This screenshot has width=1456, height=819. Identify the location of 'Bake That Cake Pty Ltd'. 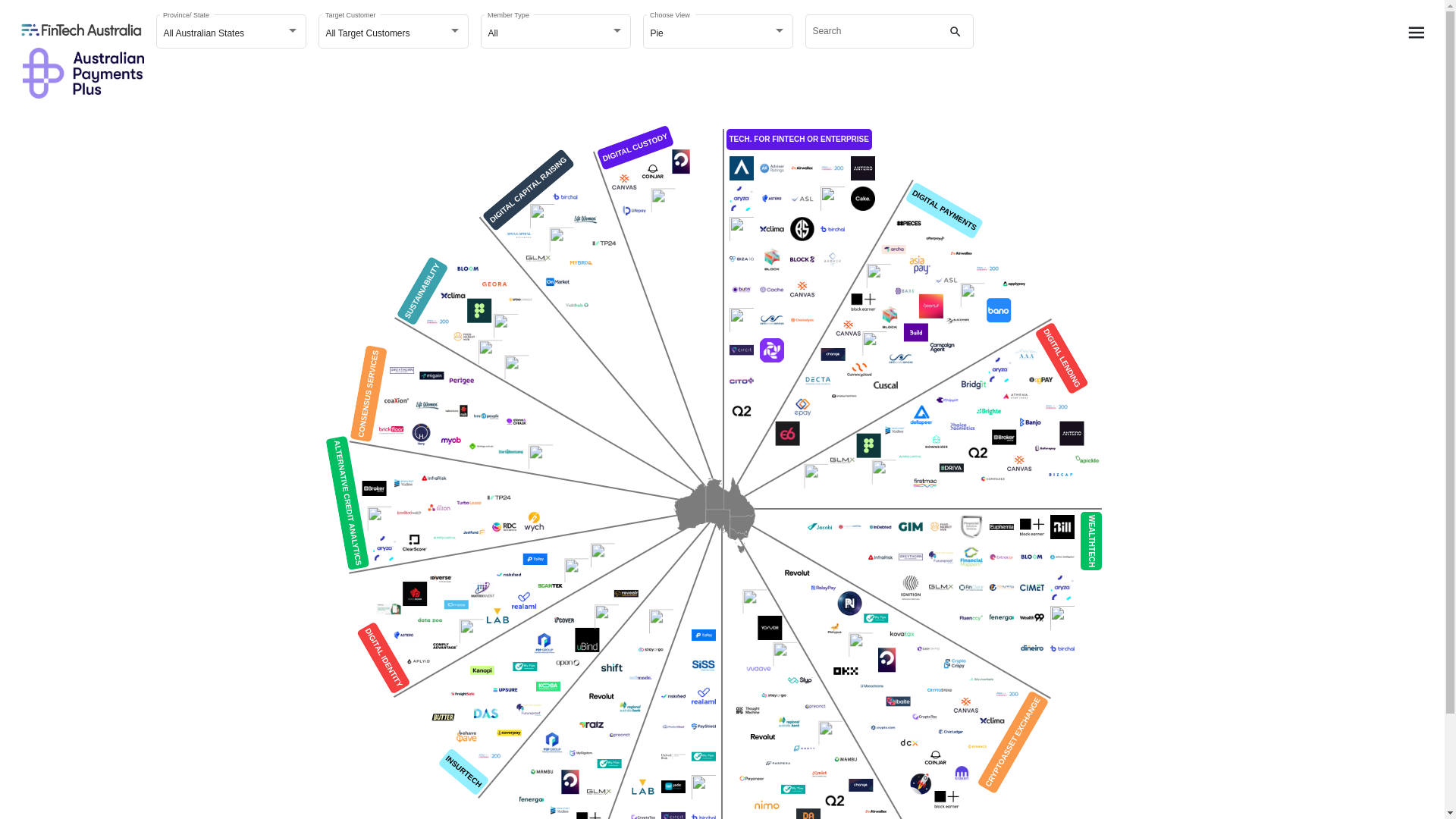
(847, 198).